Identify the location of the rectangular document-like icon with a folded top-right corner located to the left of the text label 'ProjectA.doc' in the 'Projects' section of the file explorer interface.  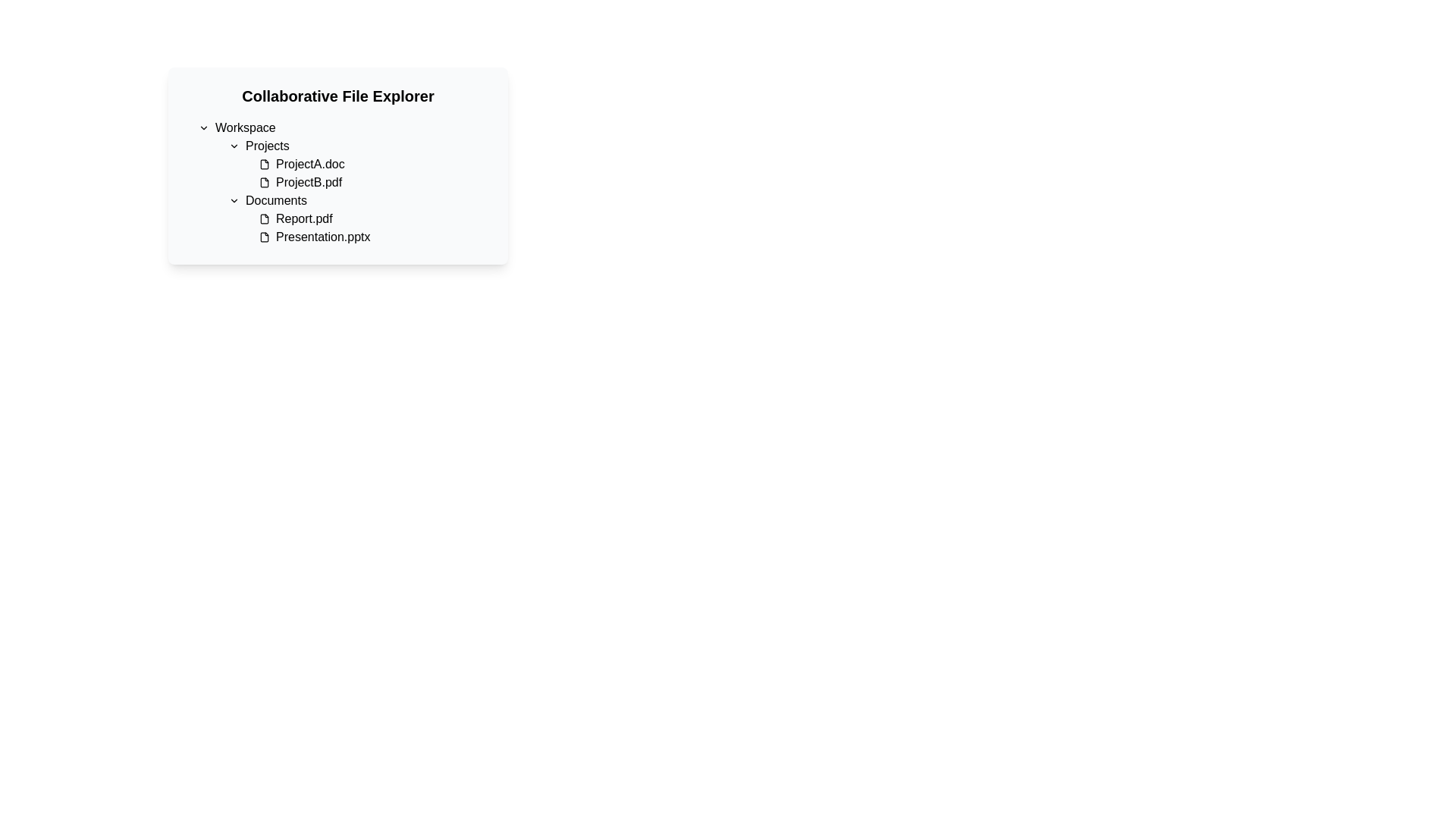
(265, 164).